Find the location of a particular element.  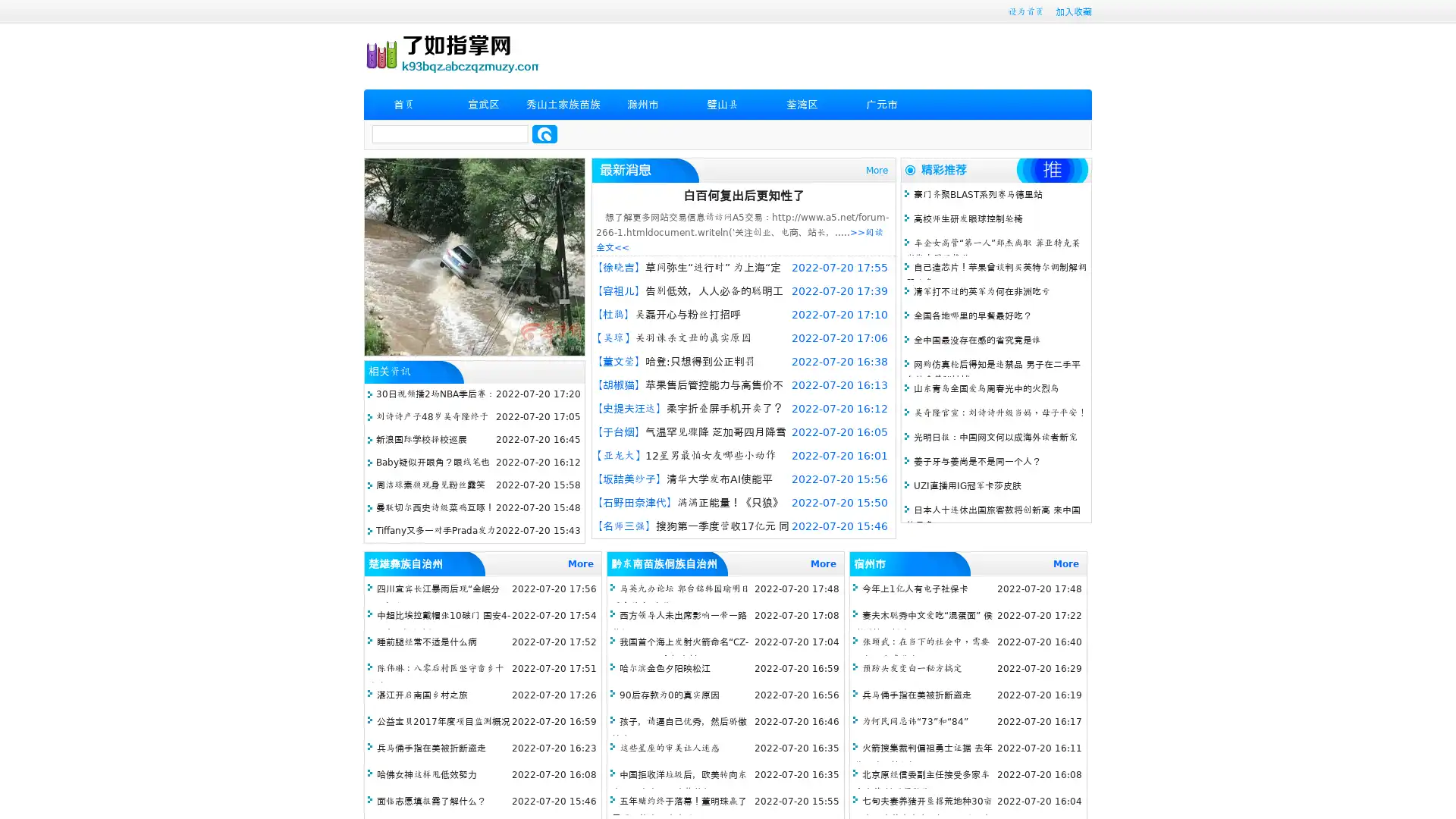

Search is located at coordinates (544, 133).